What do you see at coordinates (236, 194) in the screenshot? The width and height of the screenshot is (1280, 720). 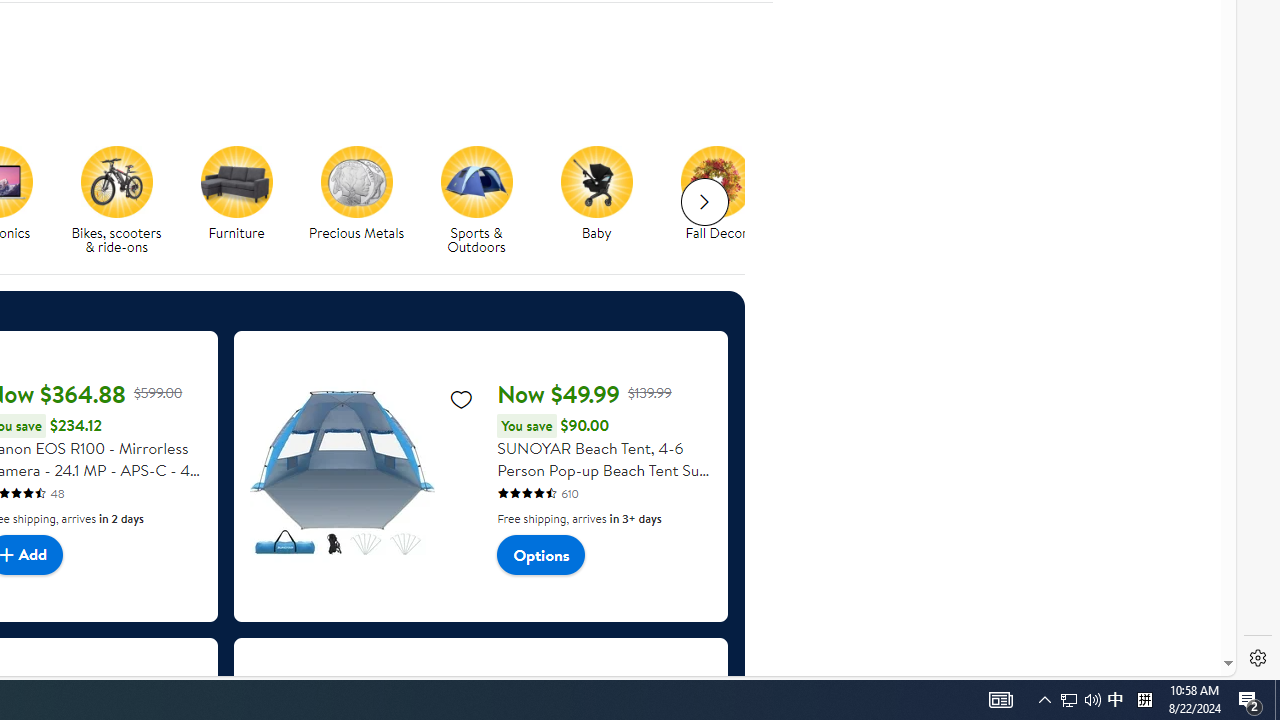 I see `'Furniture Furniture'` at bounding box center [236, 194].